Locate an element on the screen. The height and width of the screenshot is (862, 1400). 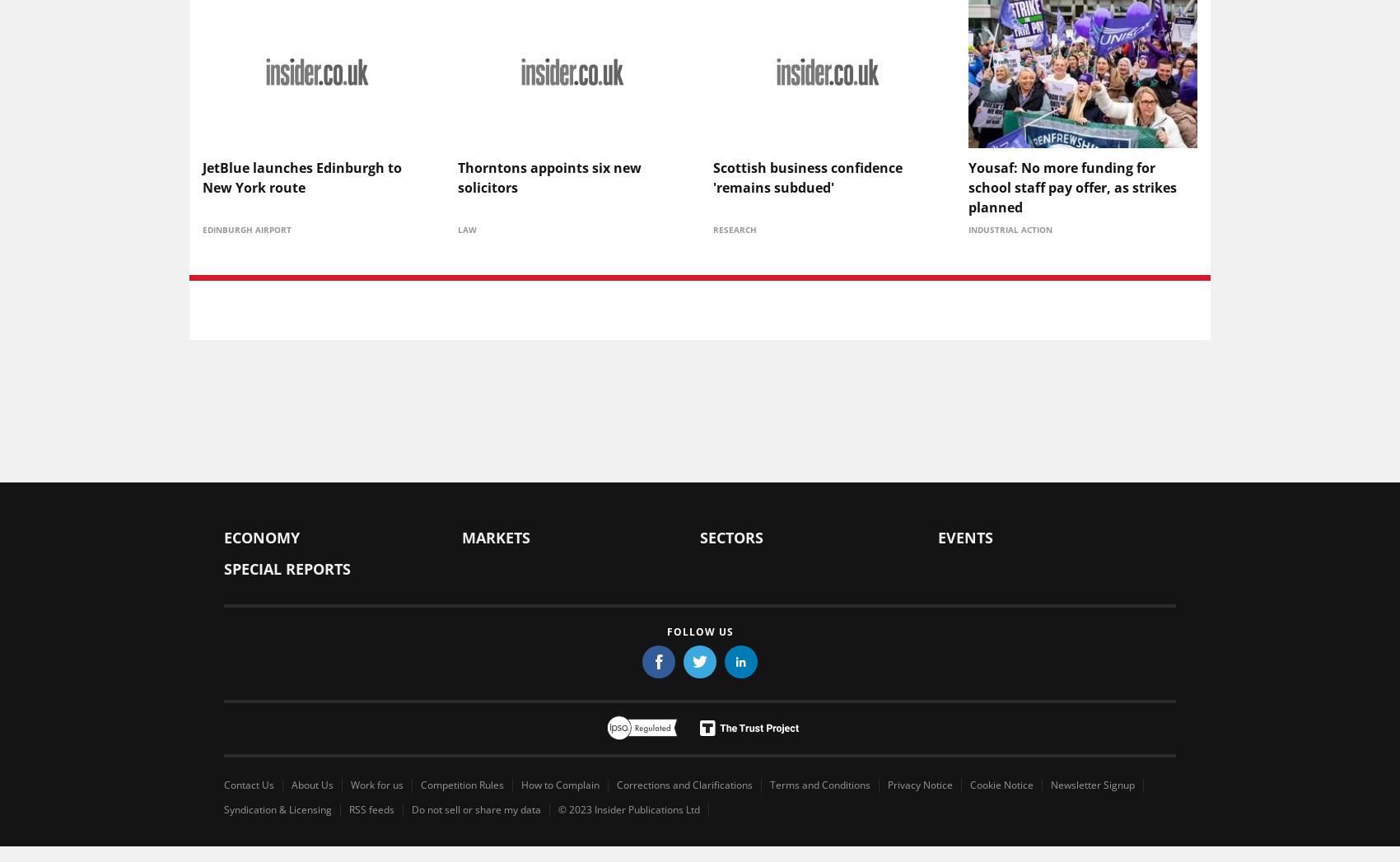
'Markets' is located at coordinates (495, 536).